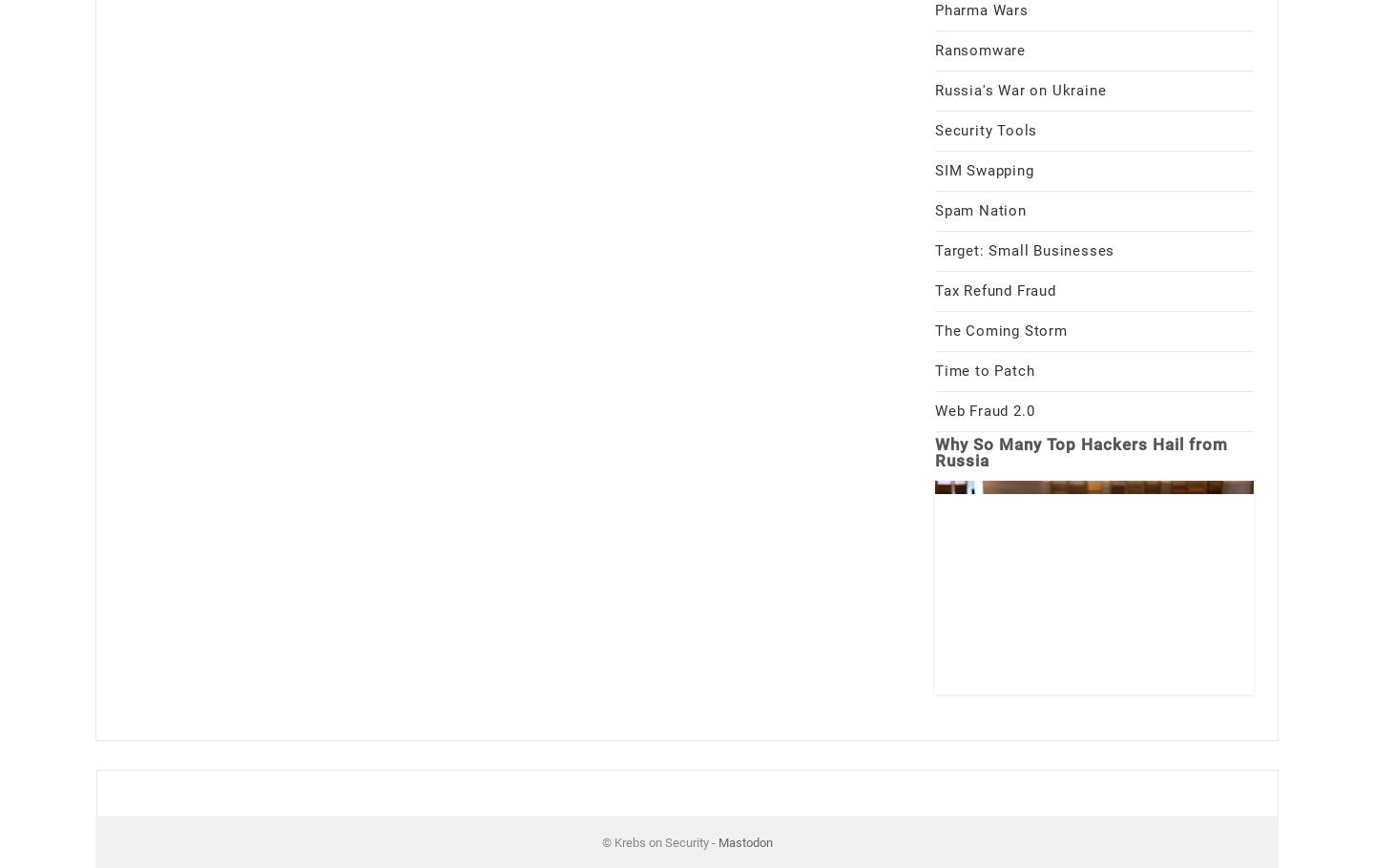  Describe the element at coordinates (934, 290) in the screenshot. I see `'Tax Refund Fraud'` at that location.